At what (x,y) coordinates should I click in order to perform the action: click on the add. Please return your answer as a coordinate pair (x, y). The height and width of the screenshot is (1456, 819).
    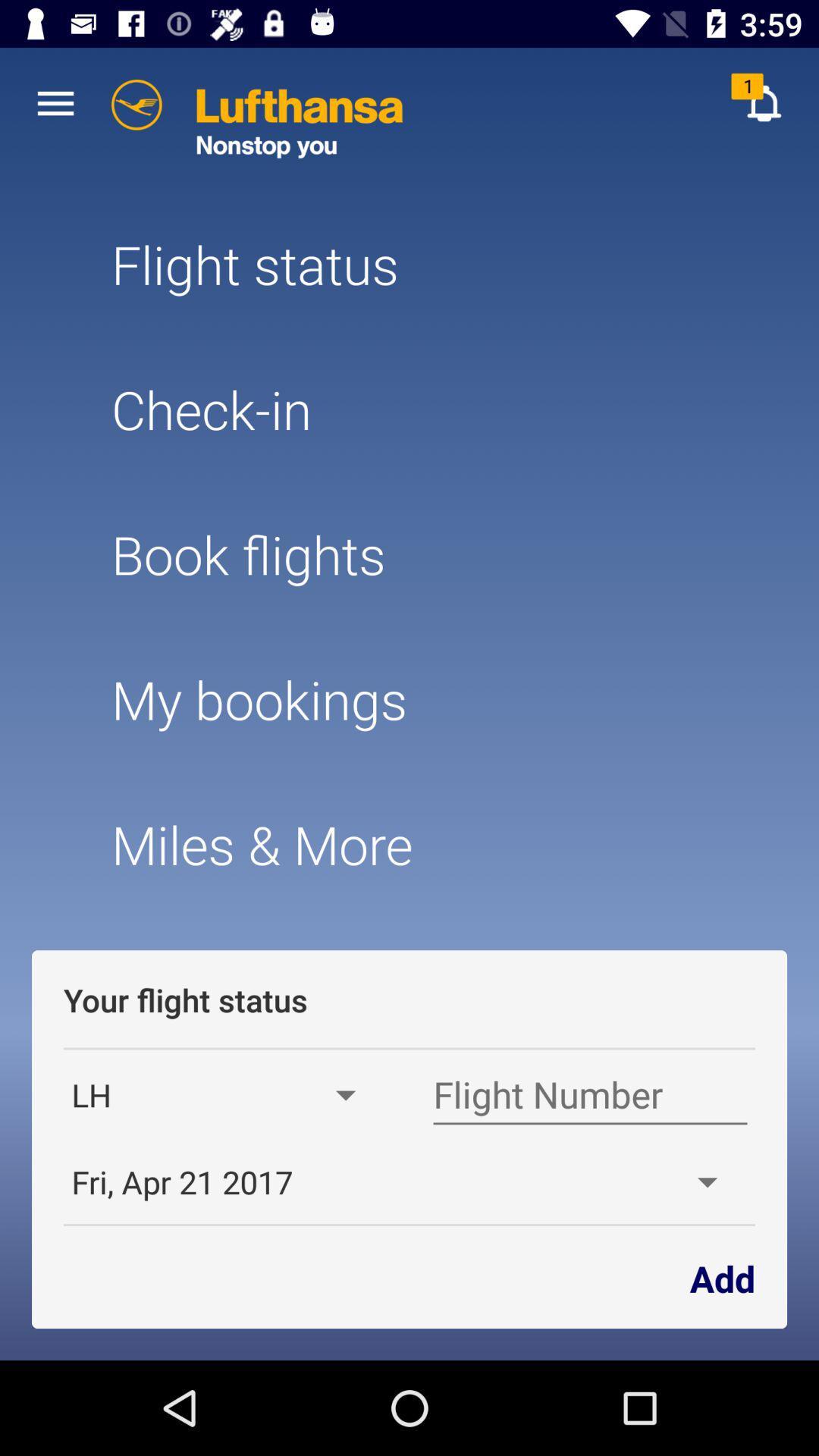
    Looking at the image, I should click on (721, 1276).